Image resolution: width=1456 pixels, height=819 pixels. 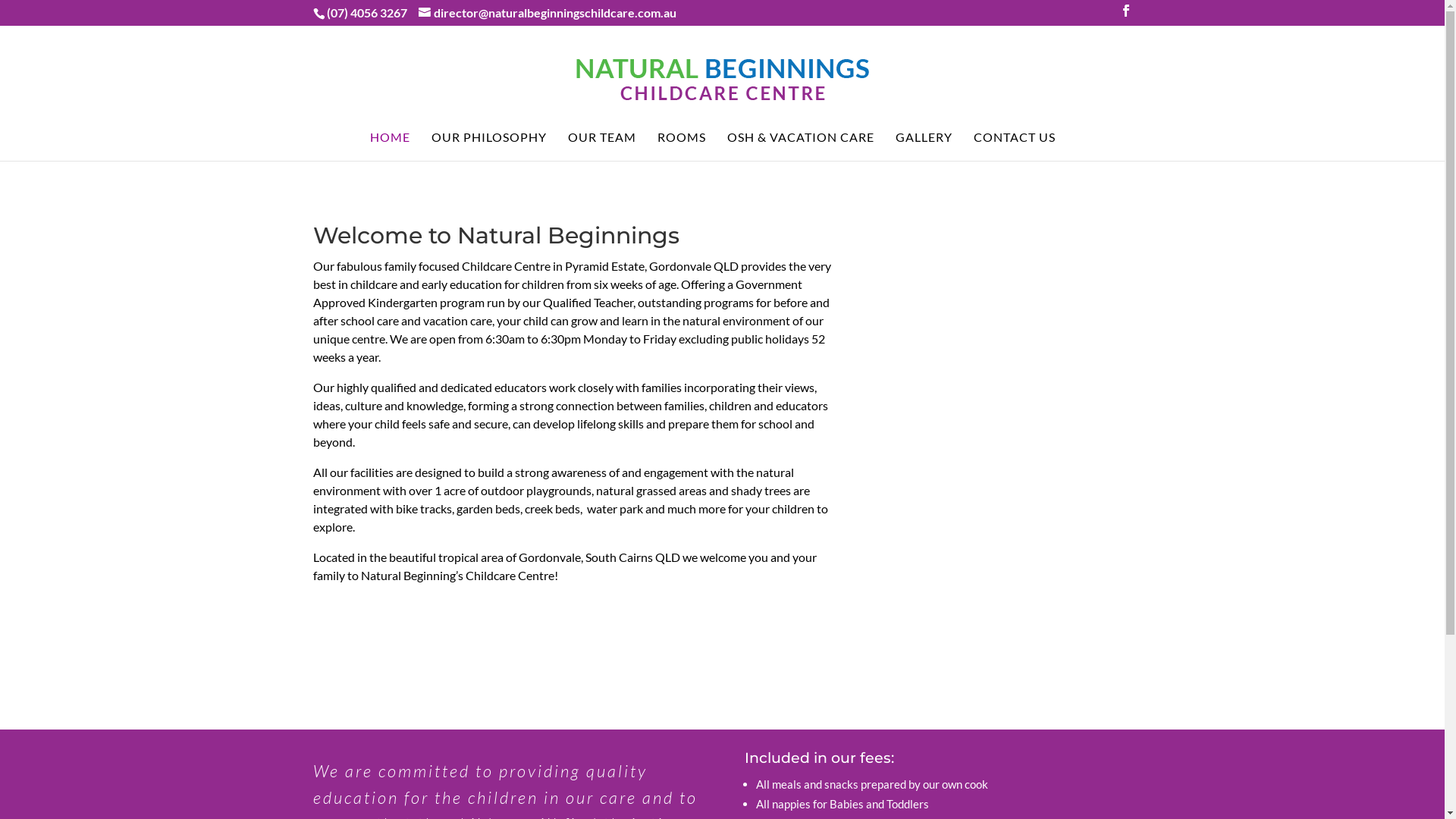 What do you see at coordinates (923, 146) in the screenshot?
I see `'GALLERY'` at bounding box center [923, 146].